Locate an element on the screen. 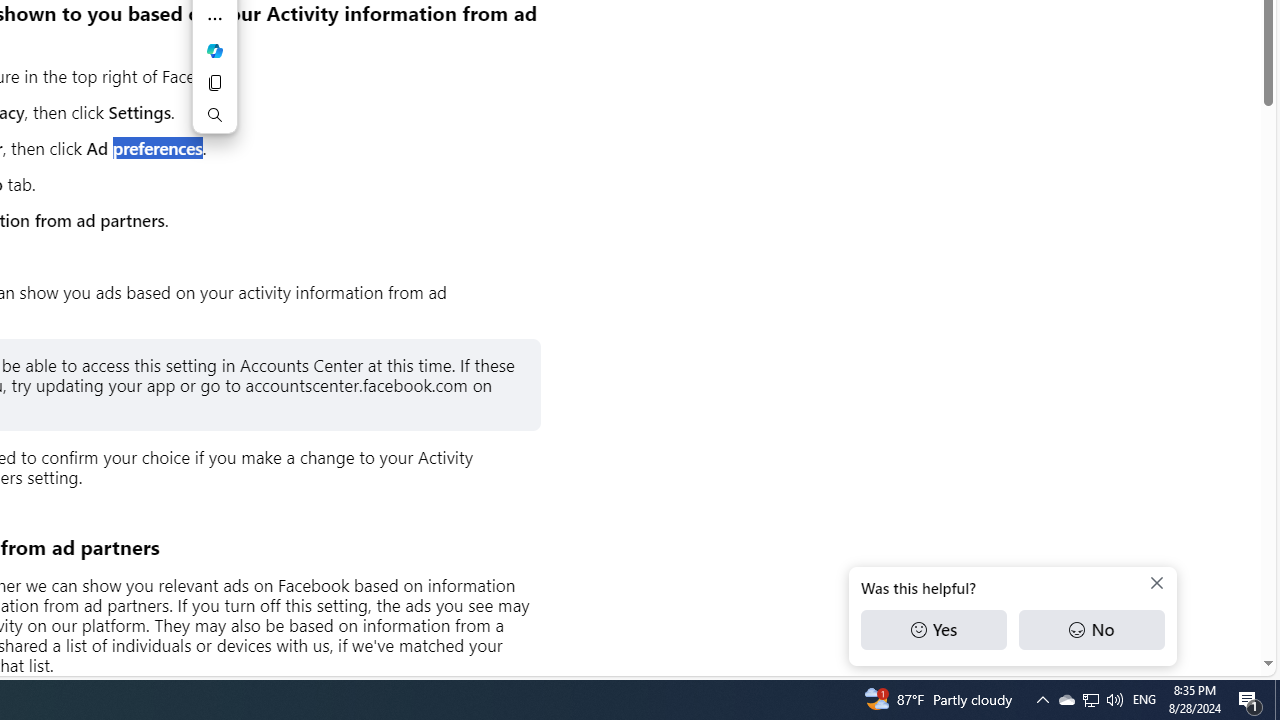 The image size is (1280, 720). 'Dismiss' is located at coordinates (1157, 583).